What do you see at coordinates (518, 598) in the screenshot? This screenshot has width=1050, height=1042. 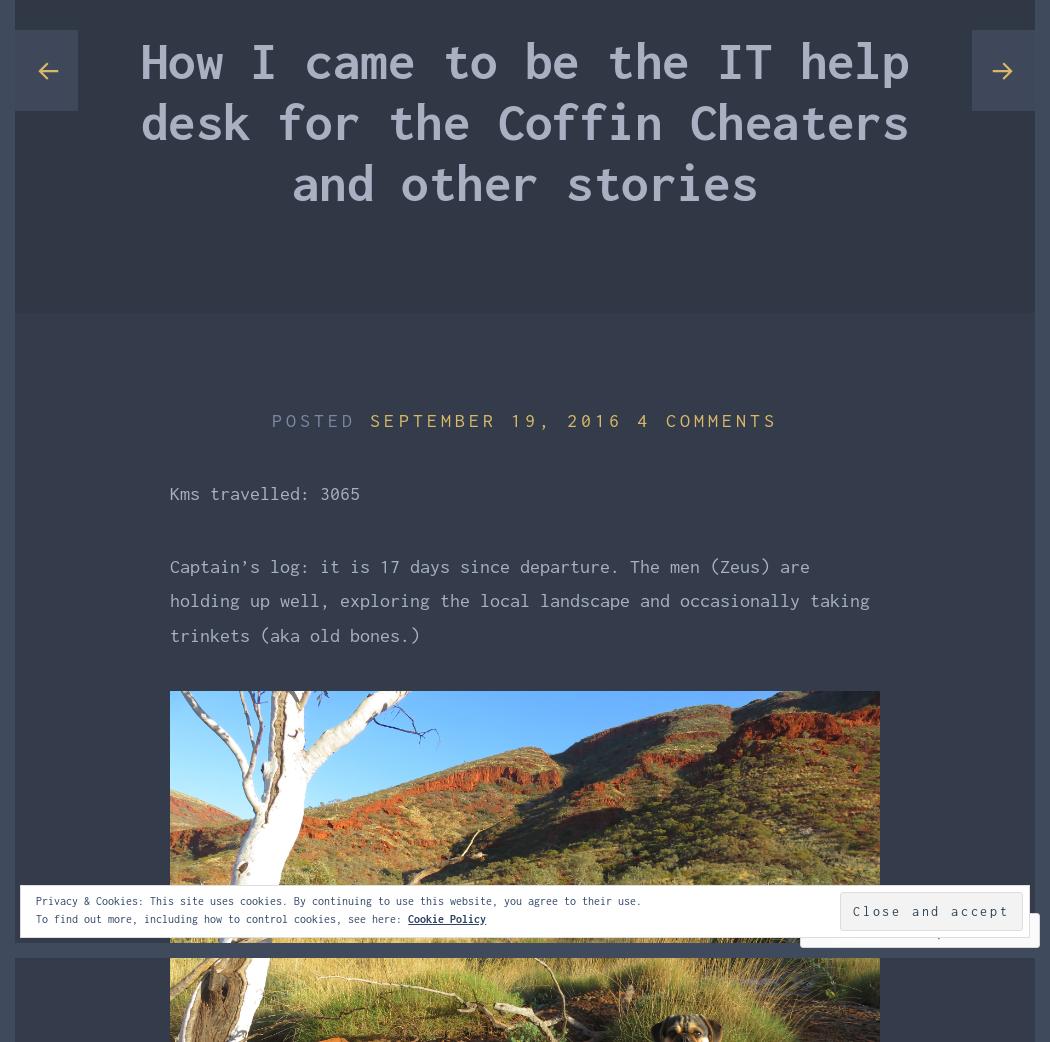 I see `'Captain’s log: it is 17 days since departure. The men (Zeus) are holding up well, exploring the local landscape and occasionally taking trinkets (aka old bones.)'` at bounding box center [518, 598].